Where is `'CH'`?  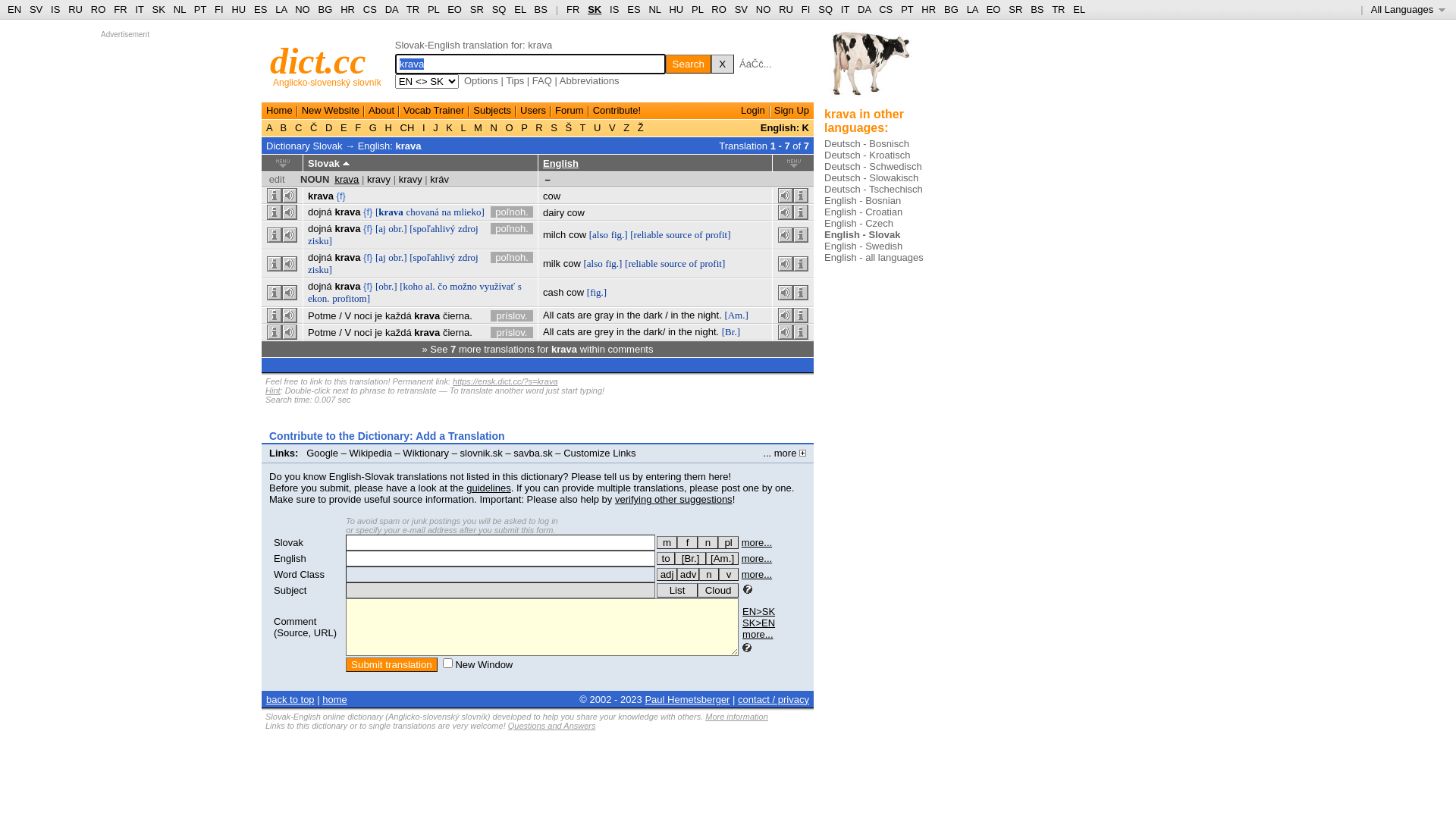
'CH' is located at coordinates (407, 127).